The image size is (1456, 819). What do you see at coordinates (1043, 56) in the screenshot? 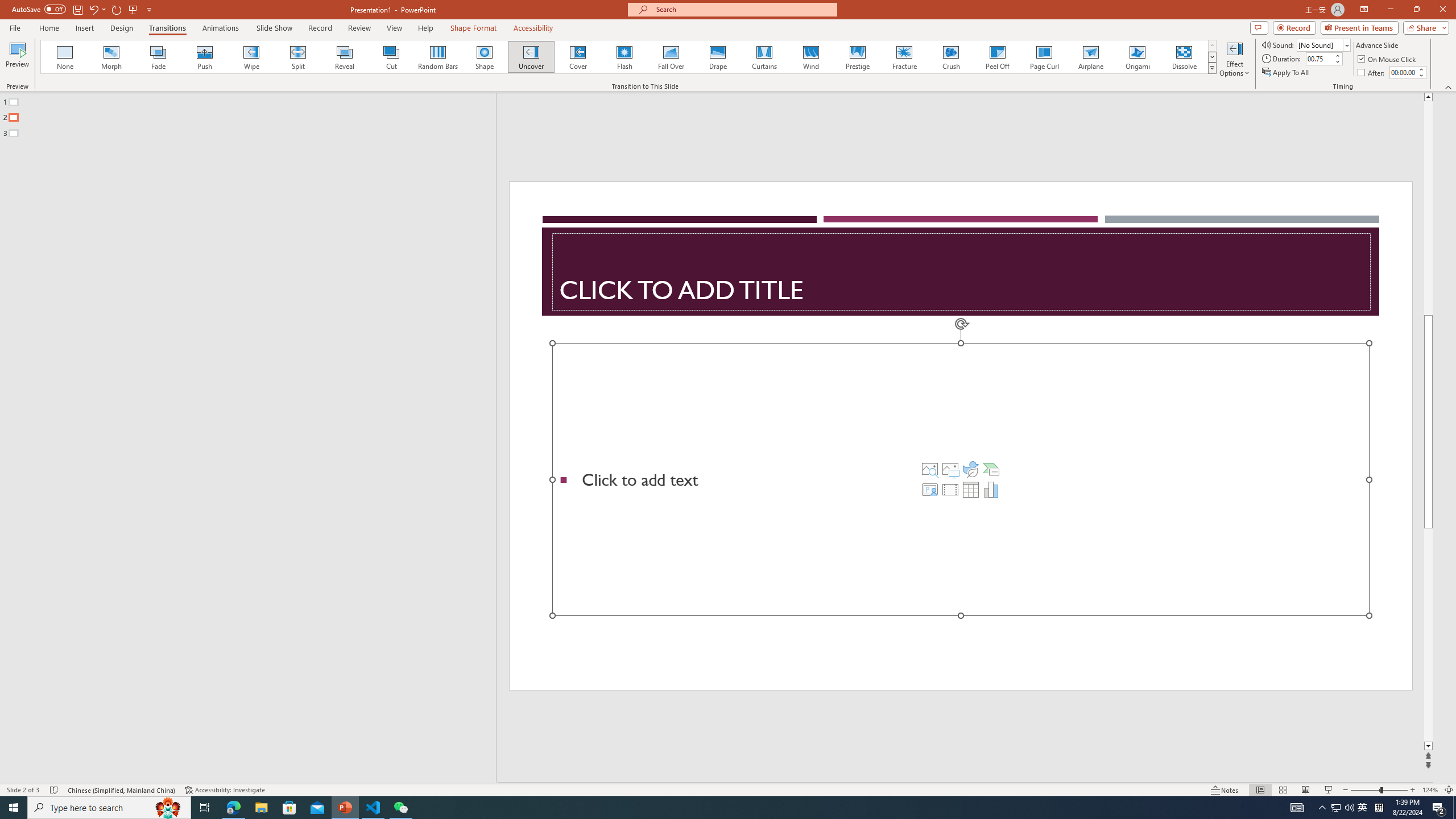
I see `'Page Curl'` at bounding box center [1043, 56].